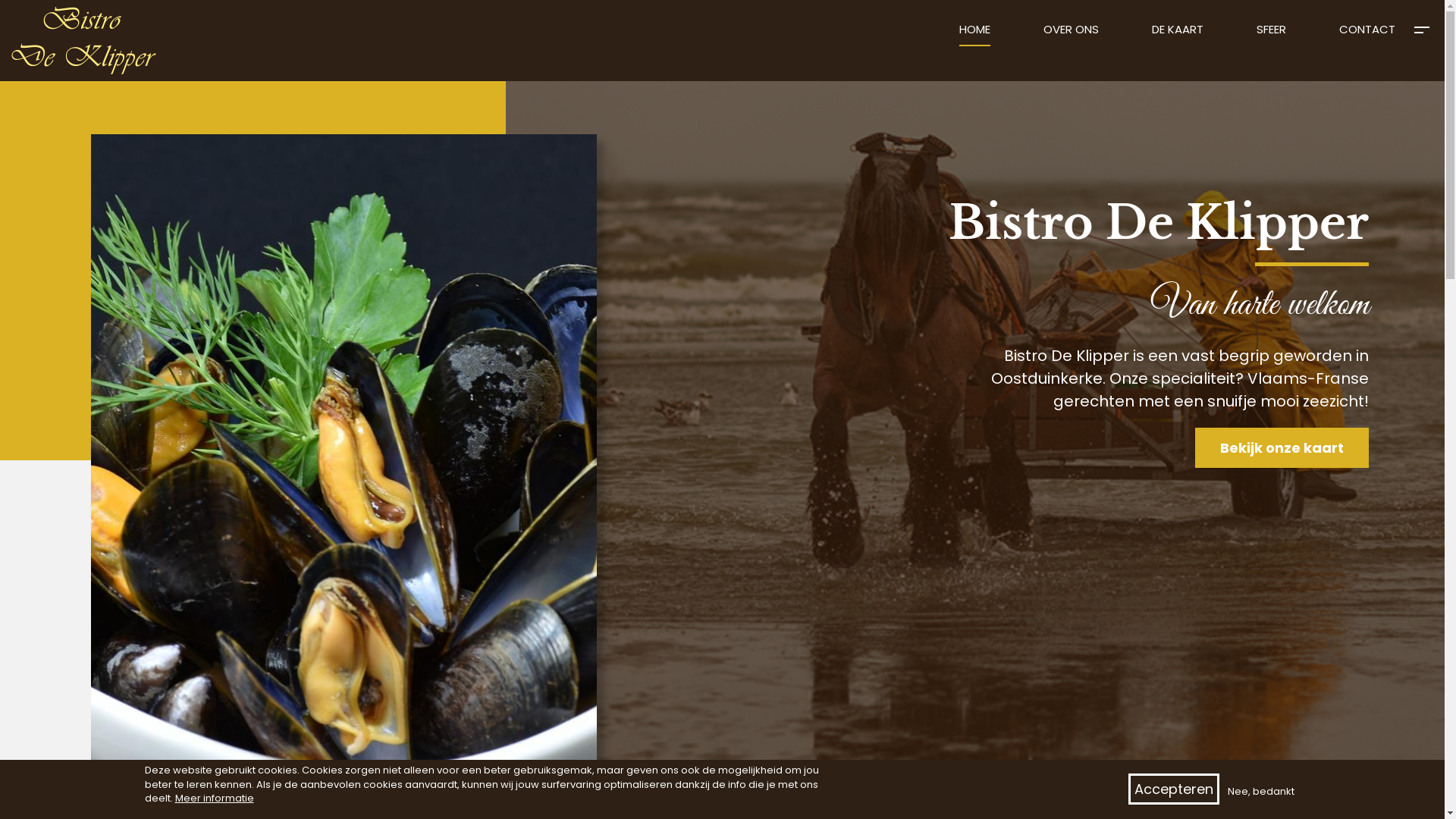  Describe the element at coordinates (1128, 789) in the screenshot. I see `'Accepteren'` at that location.